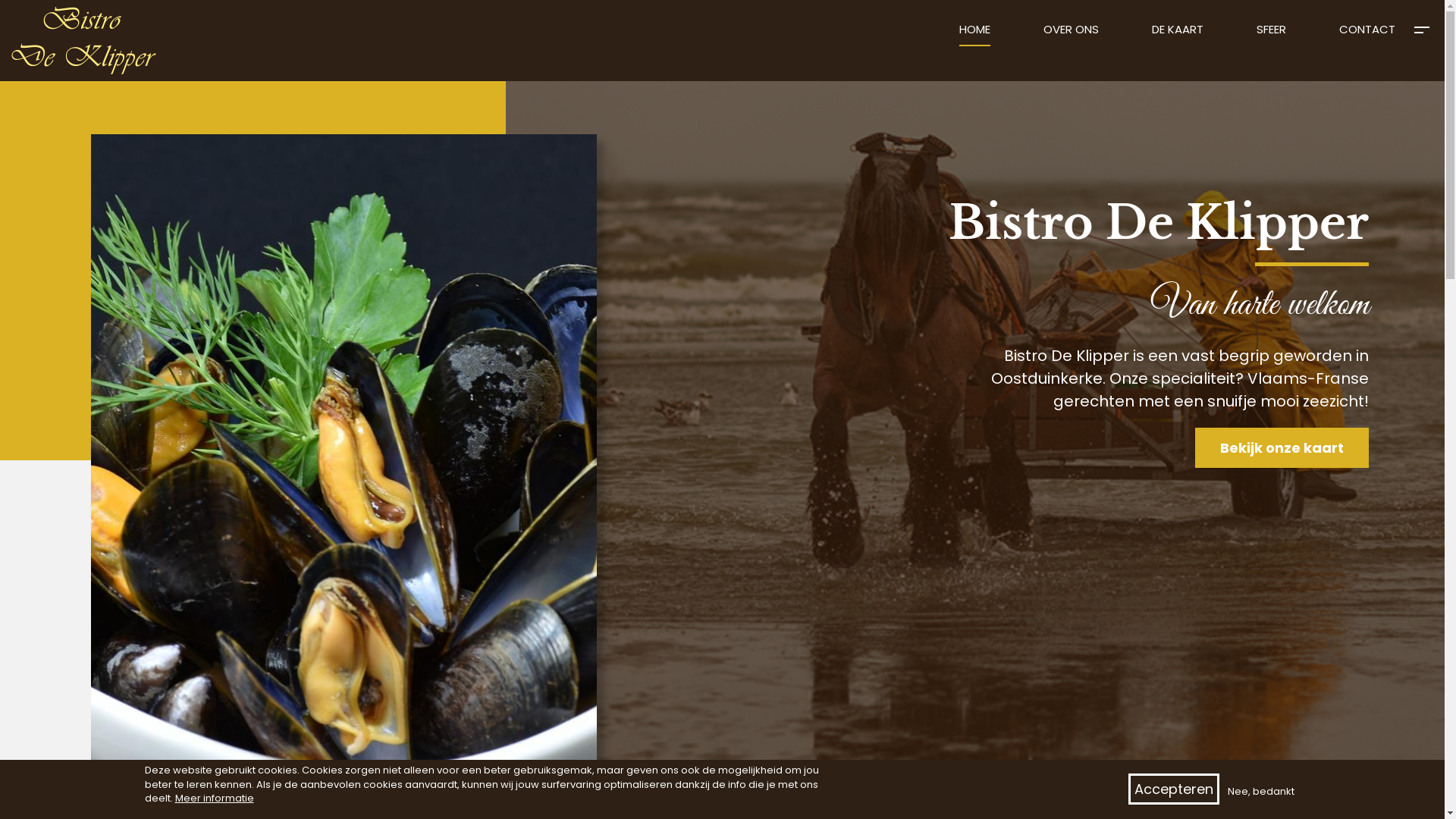  Describe the element at coordinates (1128, 789) in the screenshot. I see `'Accepteren'` at that location.